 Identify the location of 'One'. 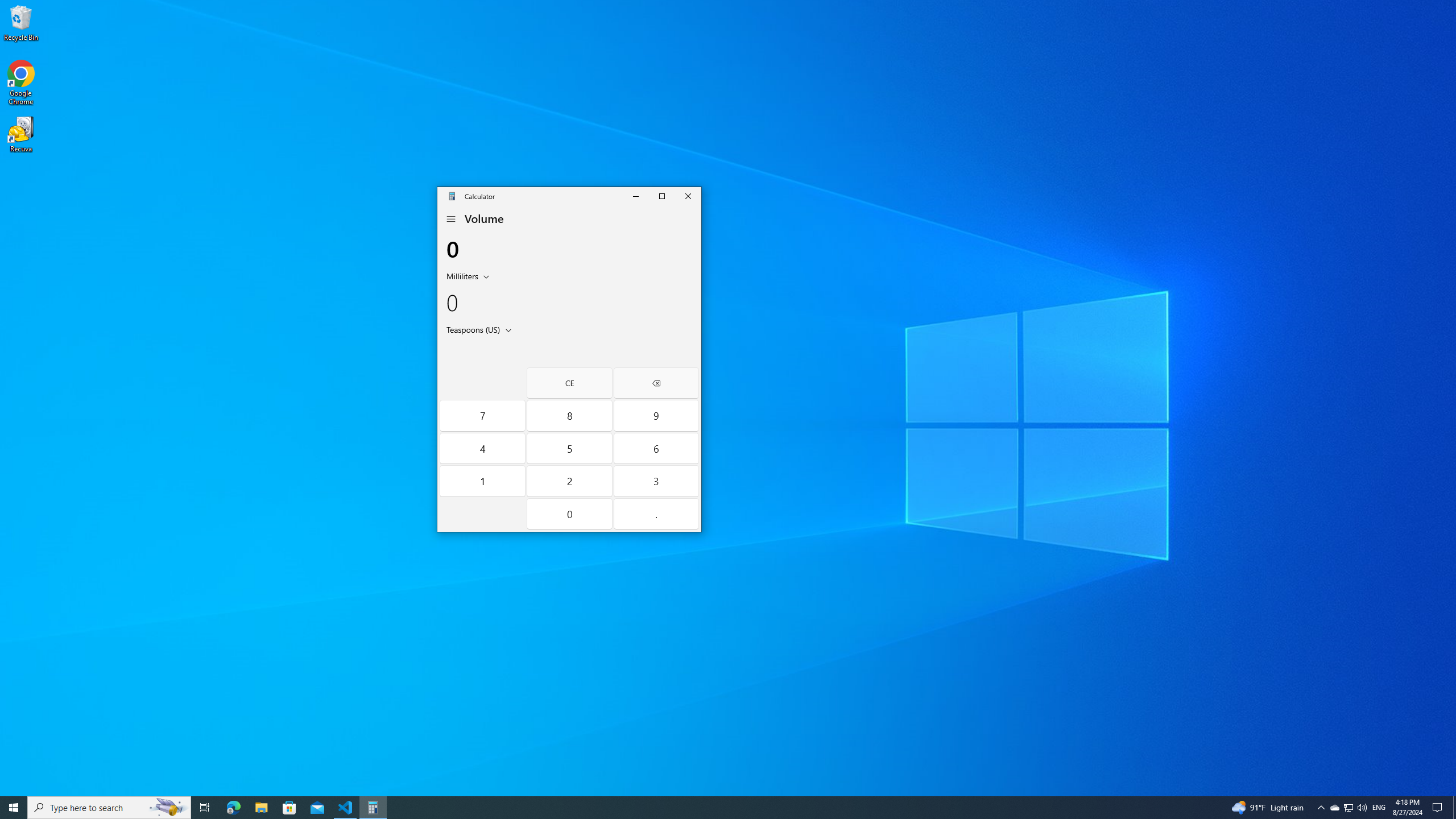
(482, 481).